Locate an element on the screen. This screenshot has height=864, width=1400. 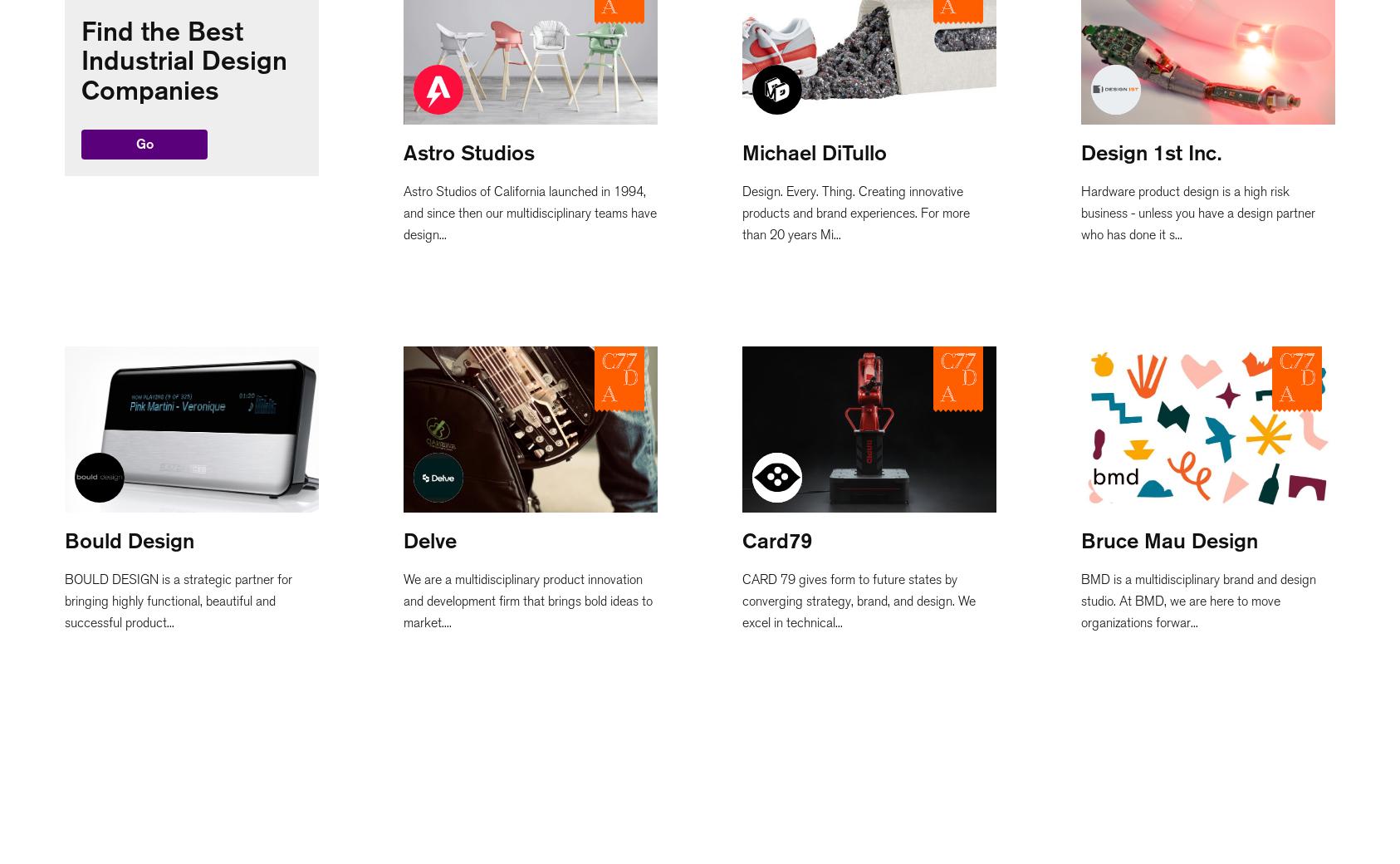
'Bould Design' is located at coordinates (129, 539).